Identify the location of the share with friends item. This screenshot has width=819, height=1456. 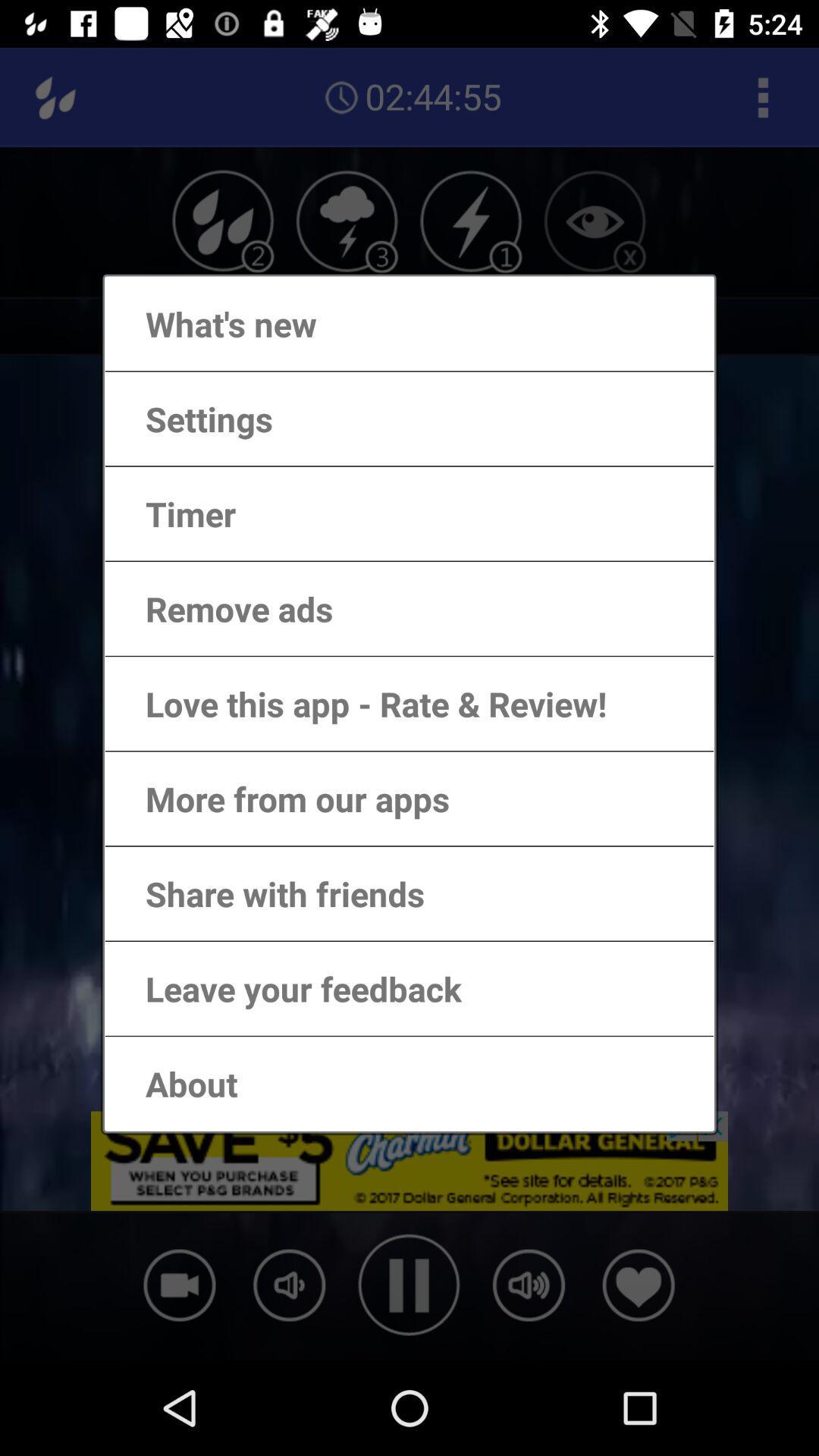
(269, 893).